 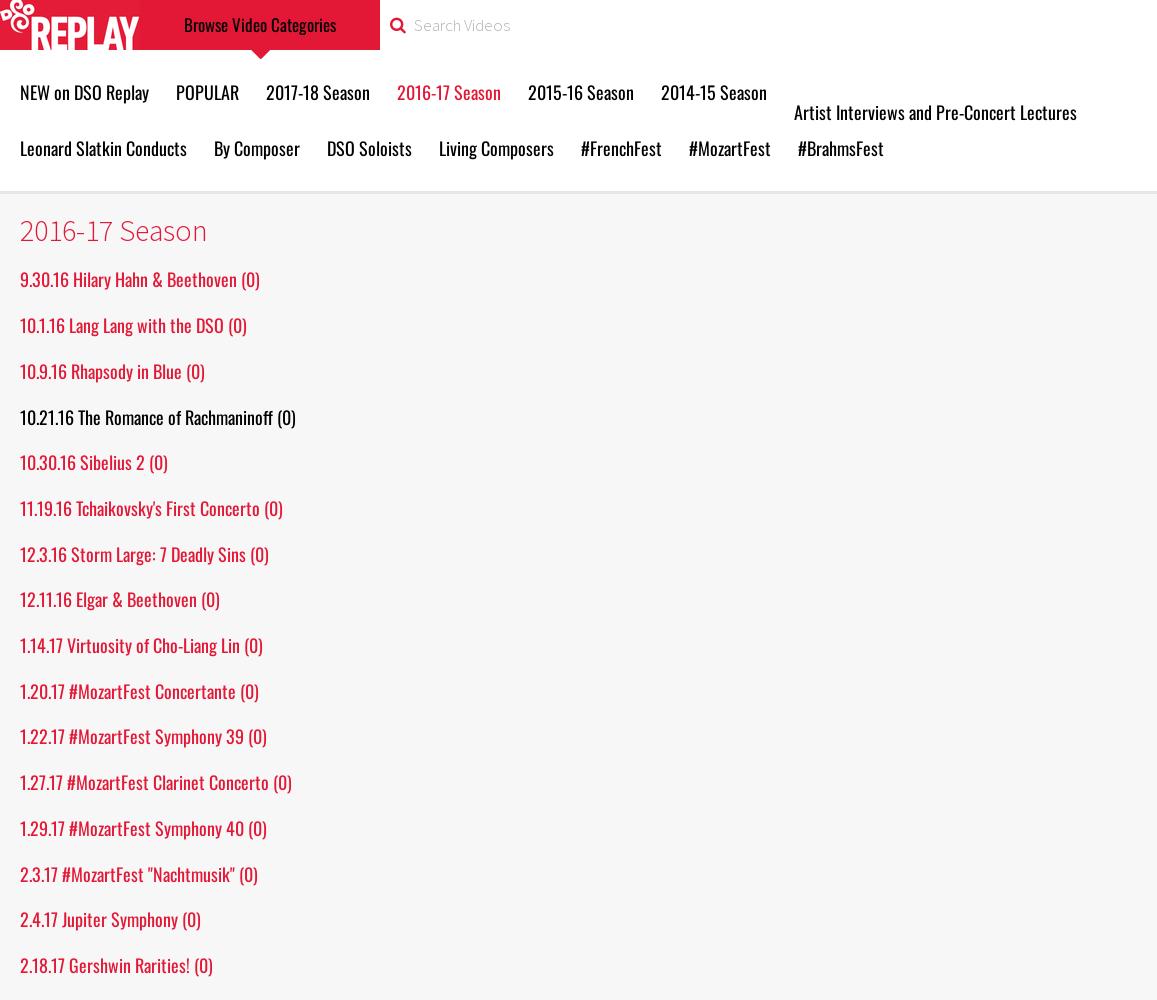 I want to click on '9.30.16 Hilary Hahn & Beethoven (0)', so click(x=138, y=279).